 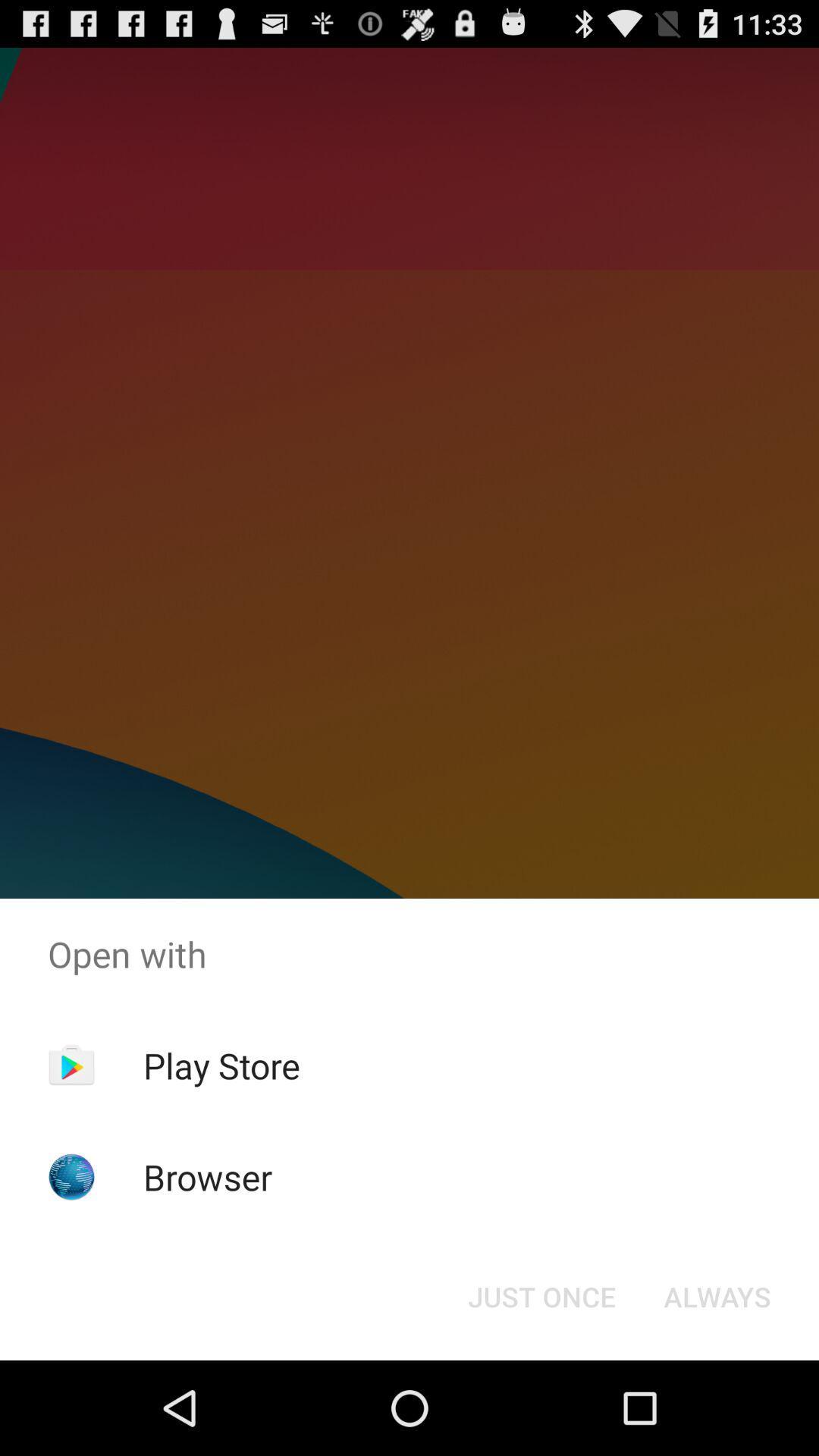 What do you see at coordinates (541, 1295) in the screenshot?
I see `just once at the bottom` at bounding box center [541, 1295].